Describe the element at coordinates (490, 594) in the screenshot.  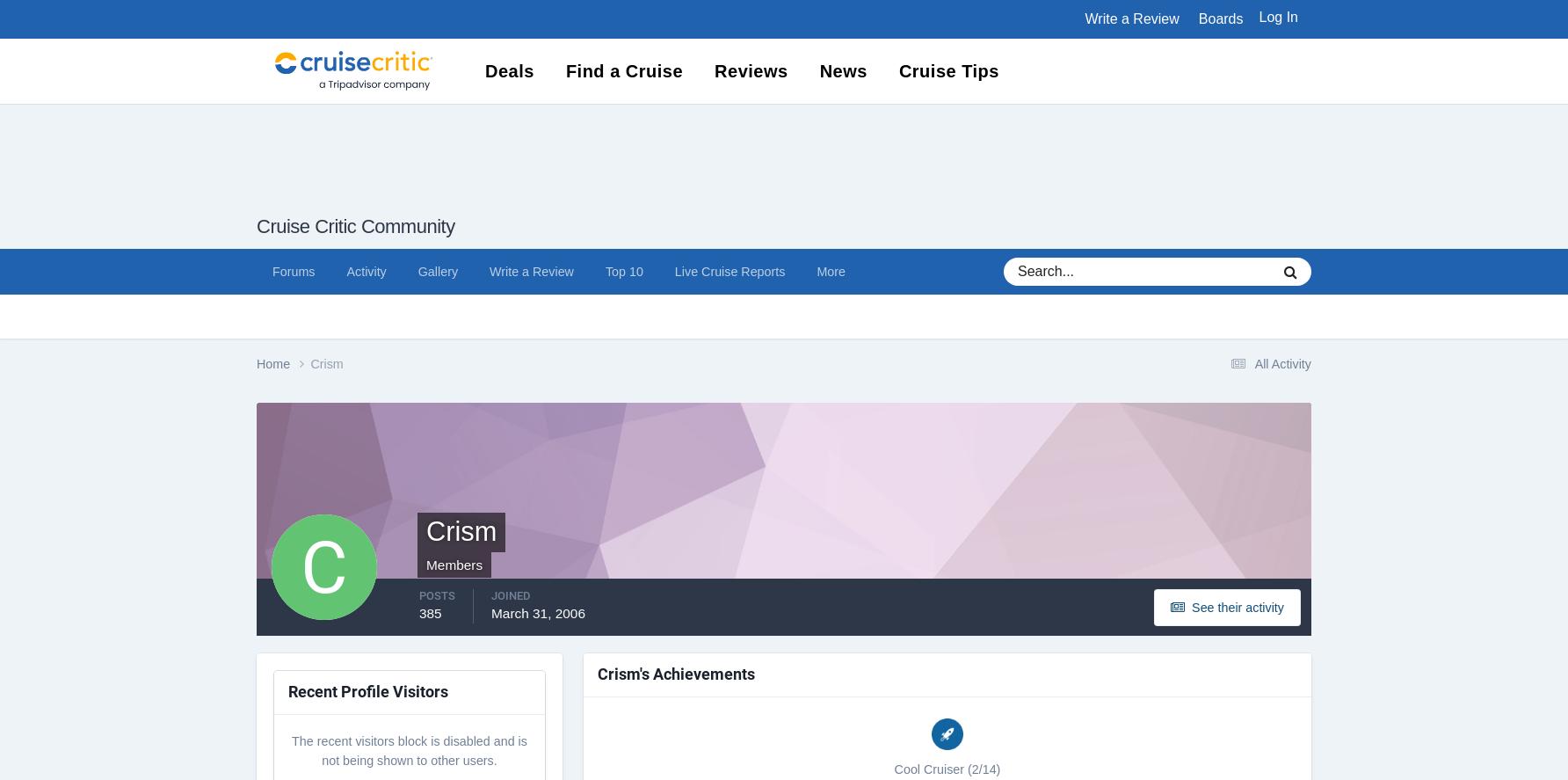
I see `'Joined'` at that location.